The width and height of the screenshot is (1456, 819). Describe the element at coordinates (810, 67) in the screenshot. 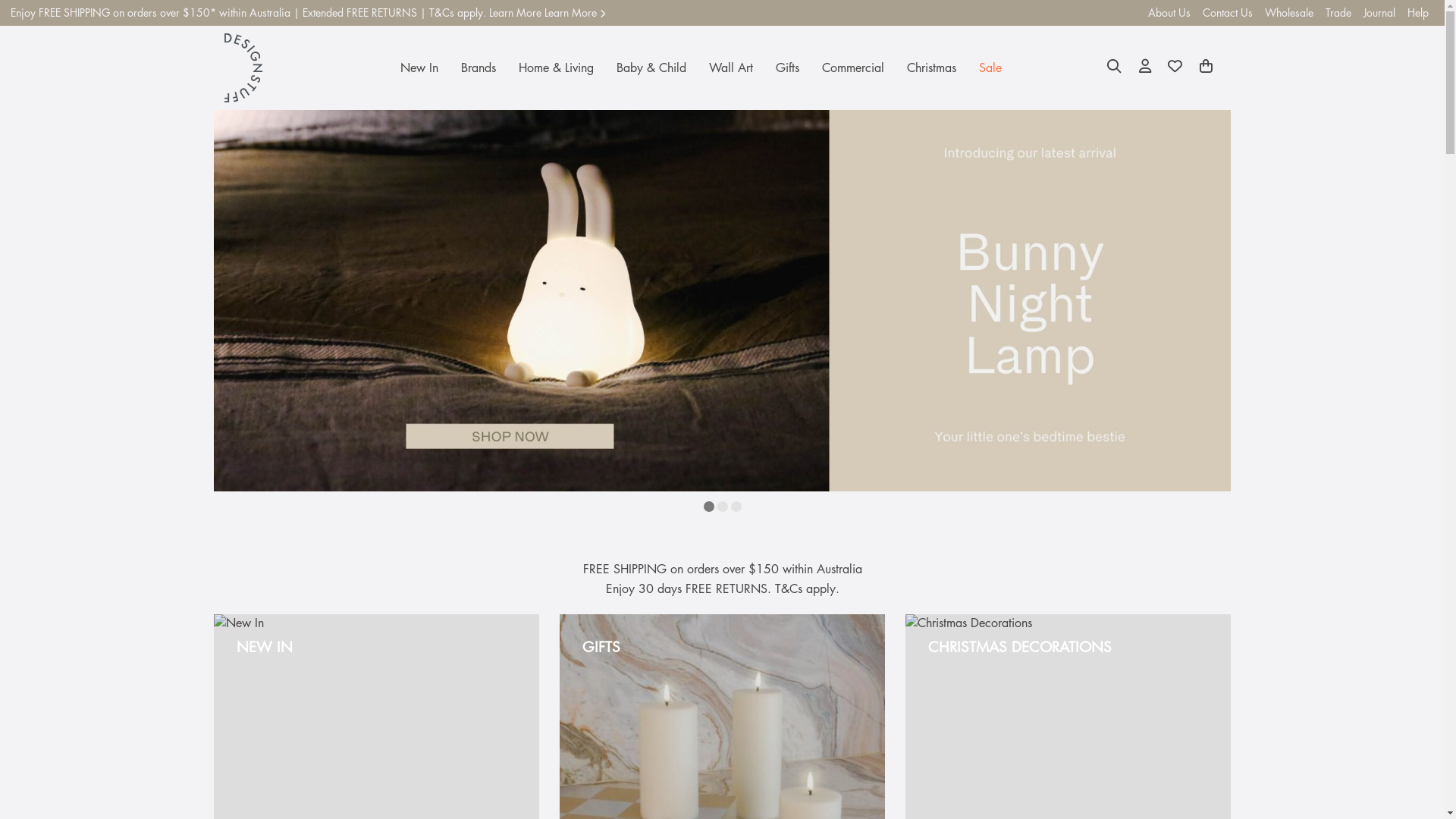

I see `'Commercial'` at that location.